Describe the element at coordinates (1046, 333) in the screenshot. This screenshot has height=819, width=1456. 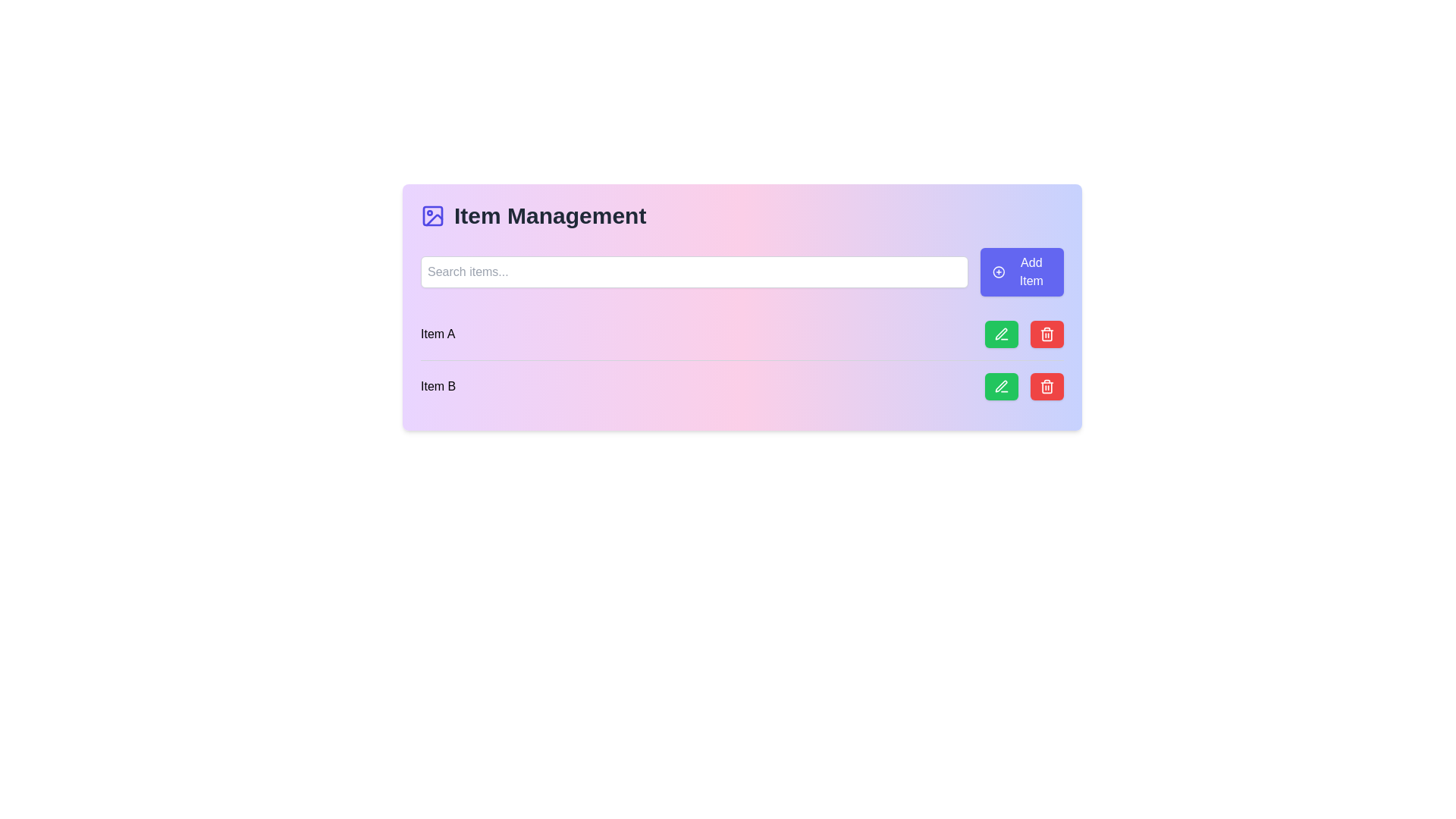
I see `the red rectangular button with a trash icon` at that location.